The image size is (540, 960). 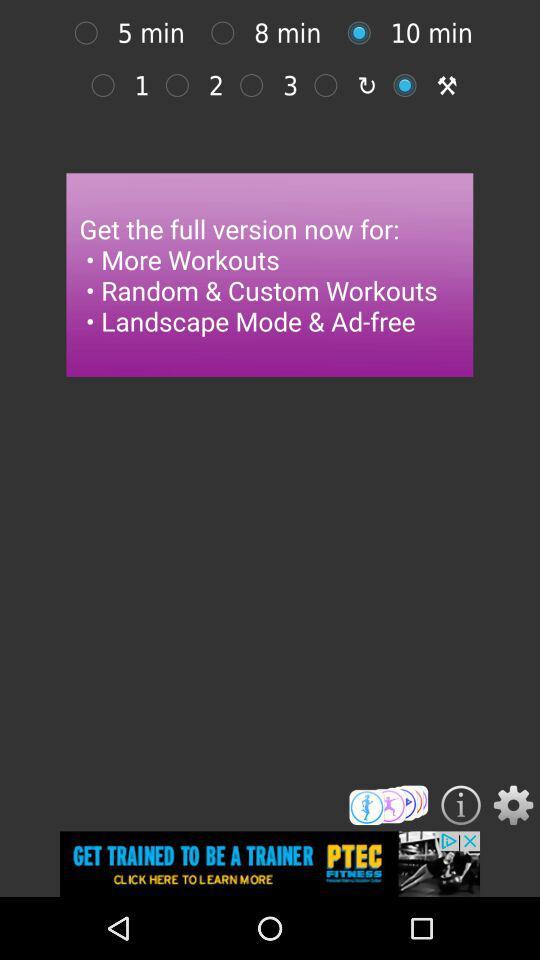 What do you see at coordinates (513, 805) in the screenshot?
I see `open option menu` at bounding box center [513, 805].